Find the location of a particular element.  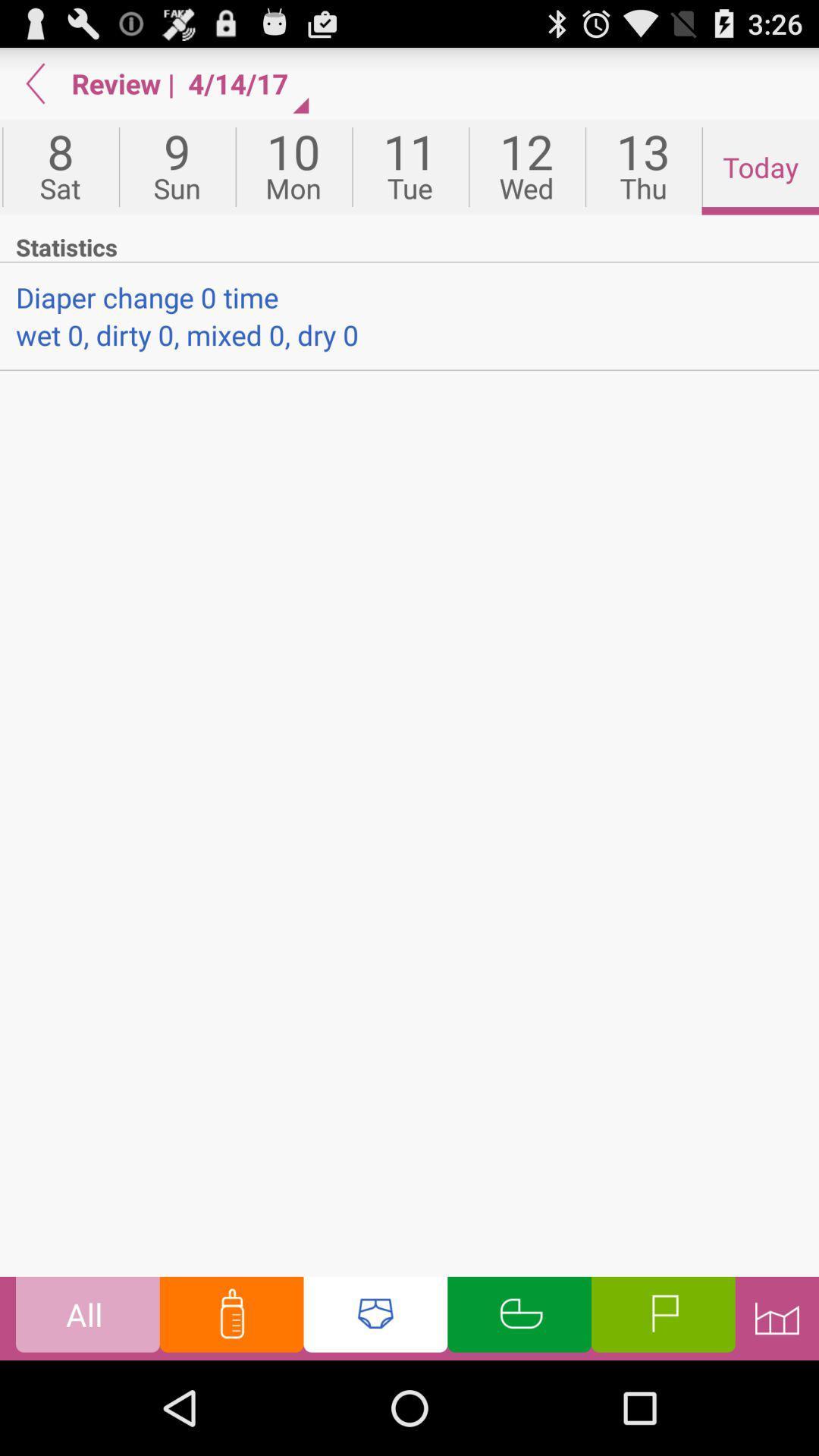

back is located at coordinates (35, 83).